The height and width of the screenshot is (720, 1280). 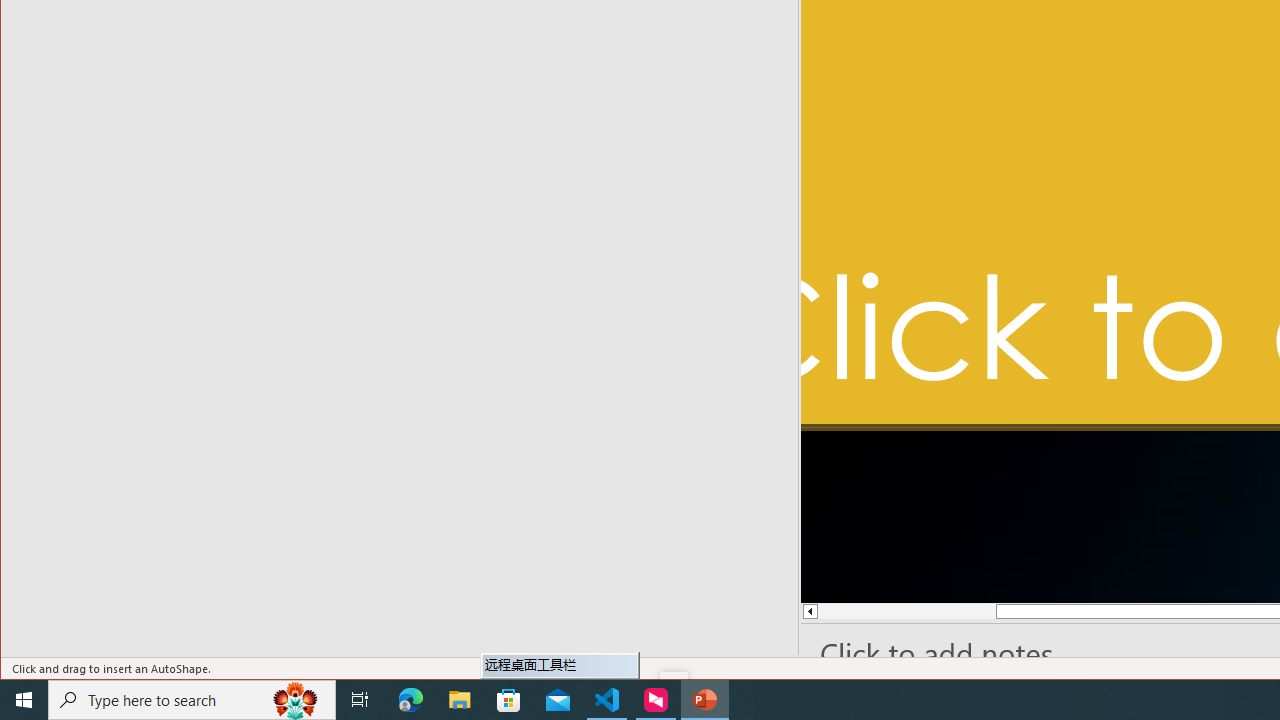 I want to click on 'Visual Studio Code - 1 running window', so click(x=606, y=698).